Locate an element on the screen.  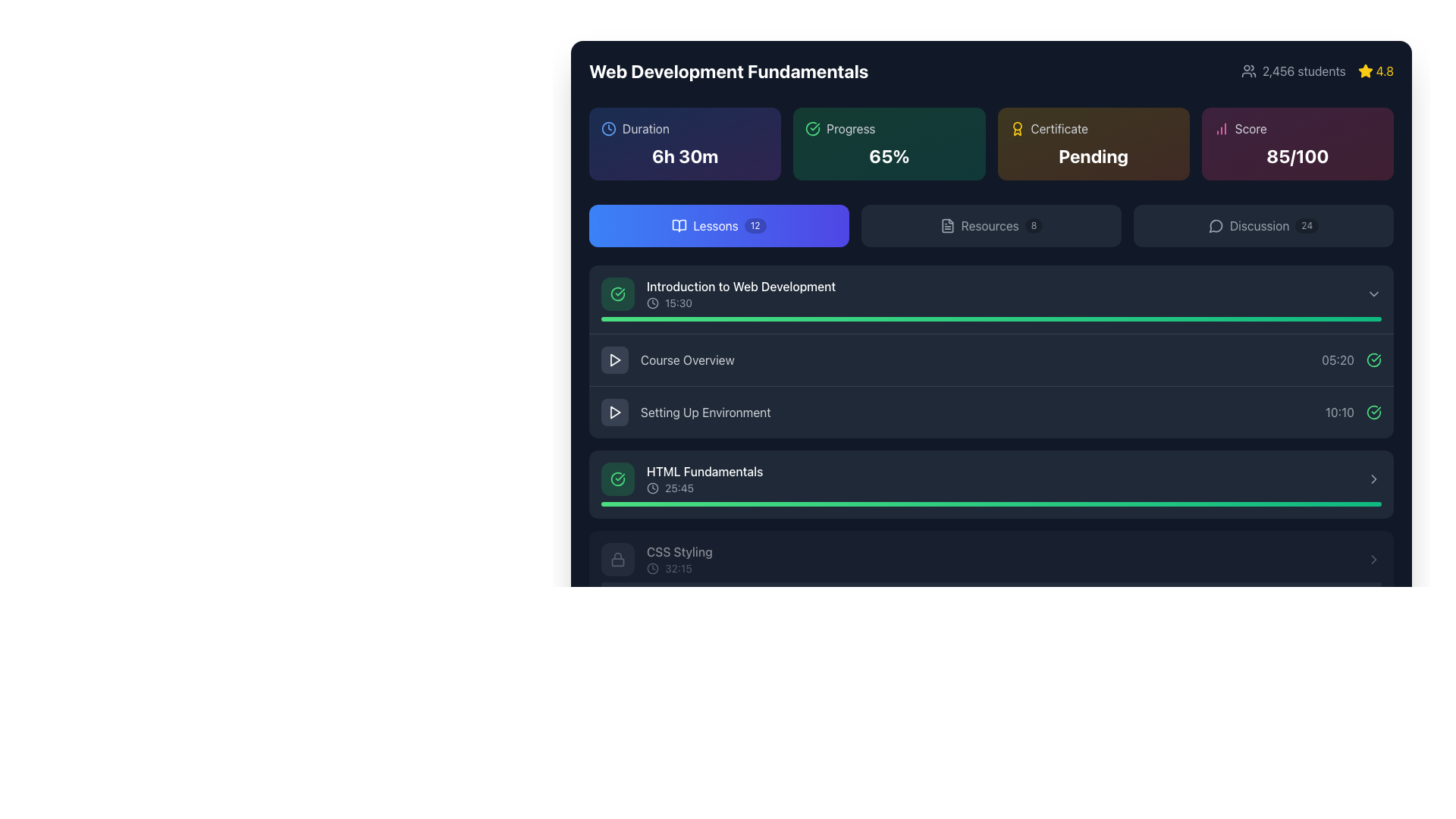
the progress bar indicating completion for 'HTML Fundamentals', located below the text '25:45' is located at coordinates (991, 504).